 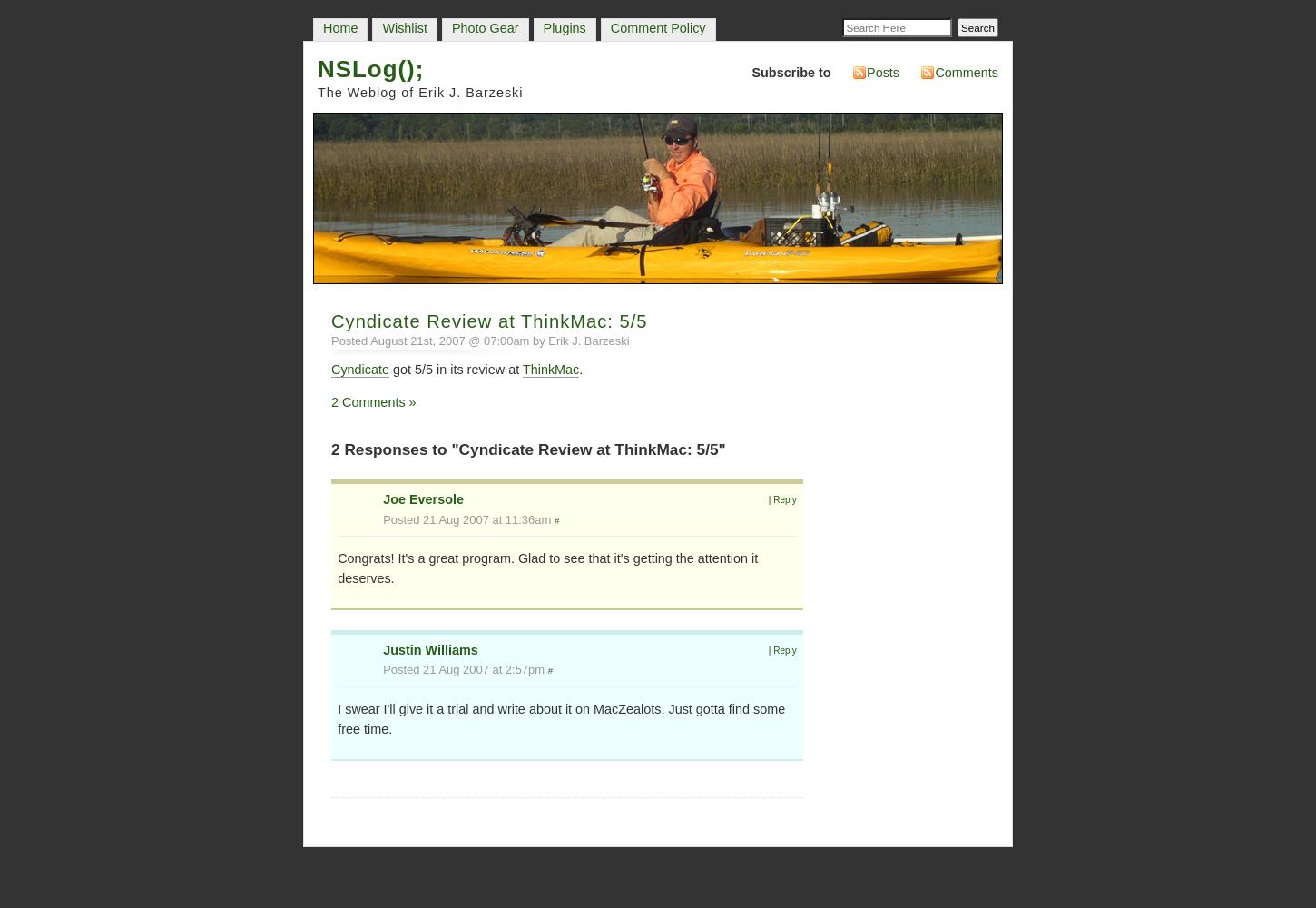 What do you see at coordinates (381, 518) in the screenshot?
I see `'Posted 21 Aug 2007 at 11:36am'` at bounding box center [381, 518].